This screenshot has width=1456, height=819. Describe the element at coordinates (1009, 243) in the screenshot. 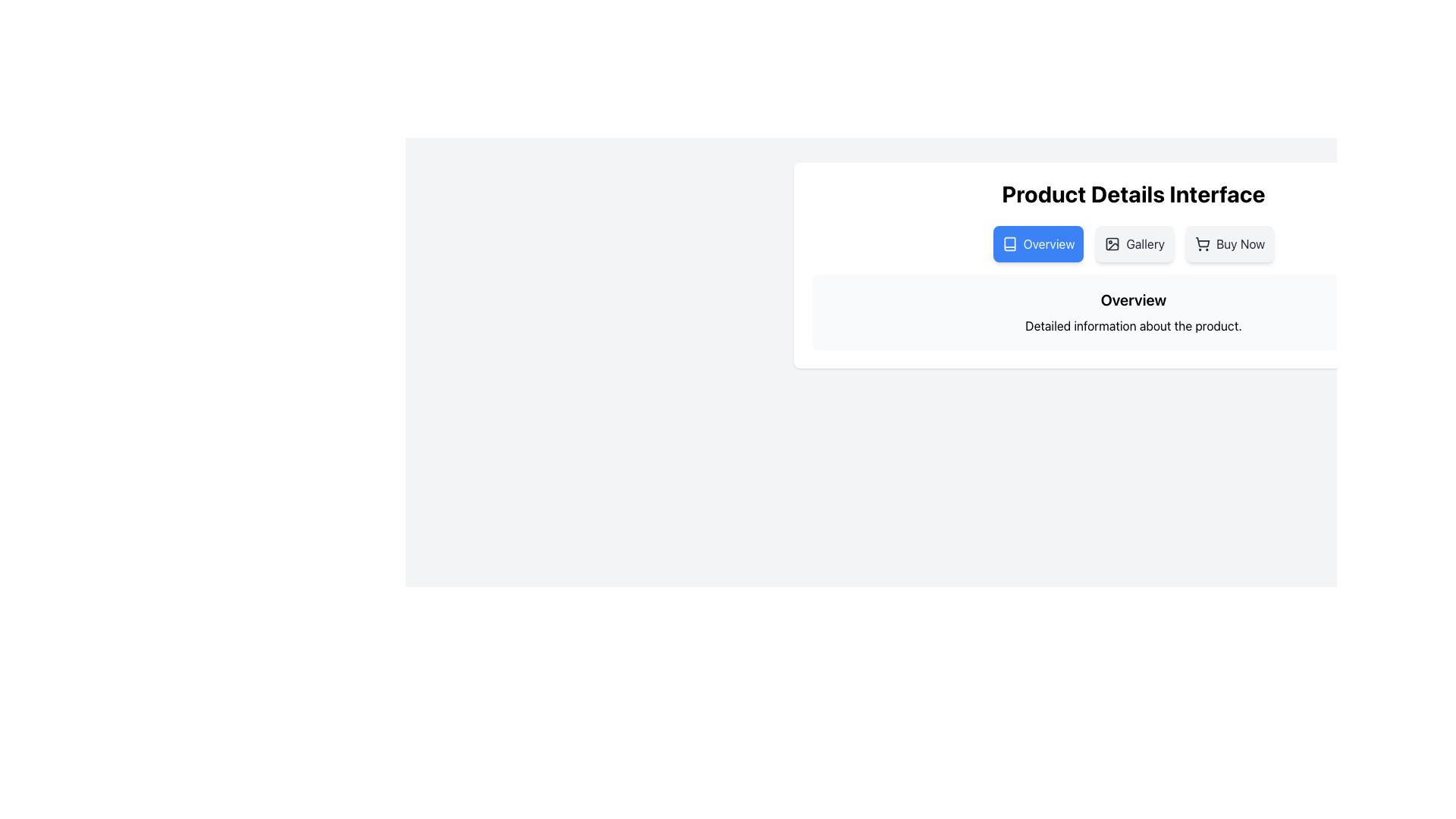

I see `the book icon embedded within the 'Overview' button located in the top-center area of the interface below the title 'Product Details Interface'` at that location.